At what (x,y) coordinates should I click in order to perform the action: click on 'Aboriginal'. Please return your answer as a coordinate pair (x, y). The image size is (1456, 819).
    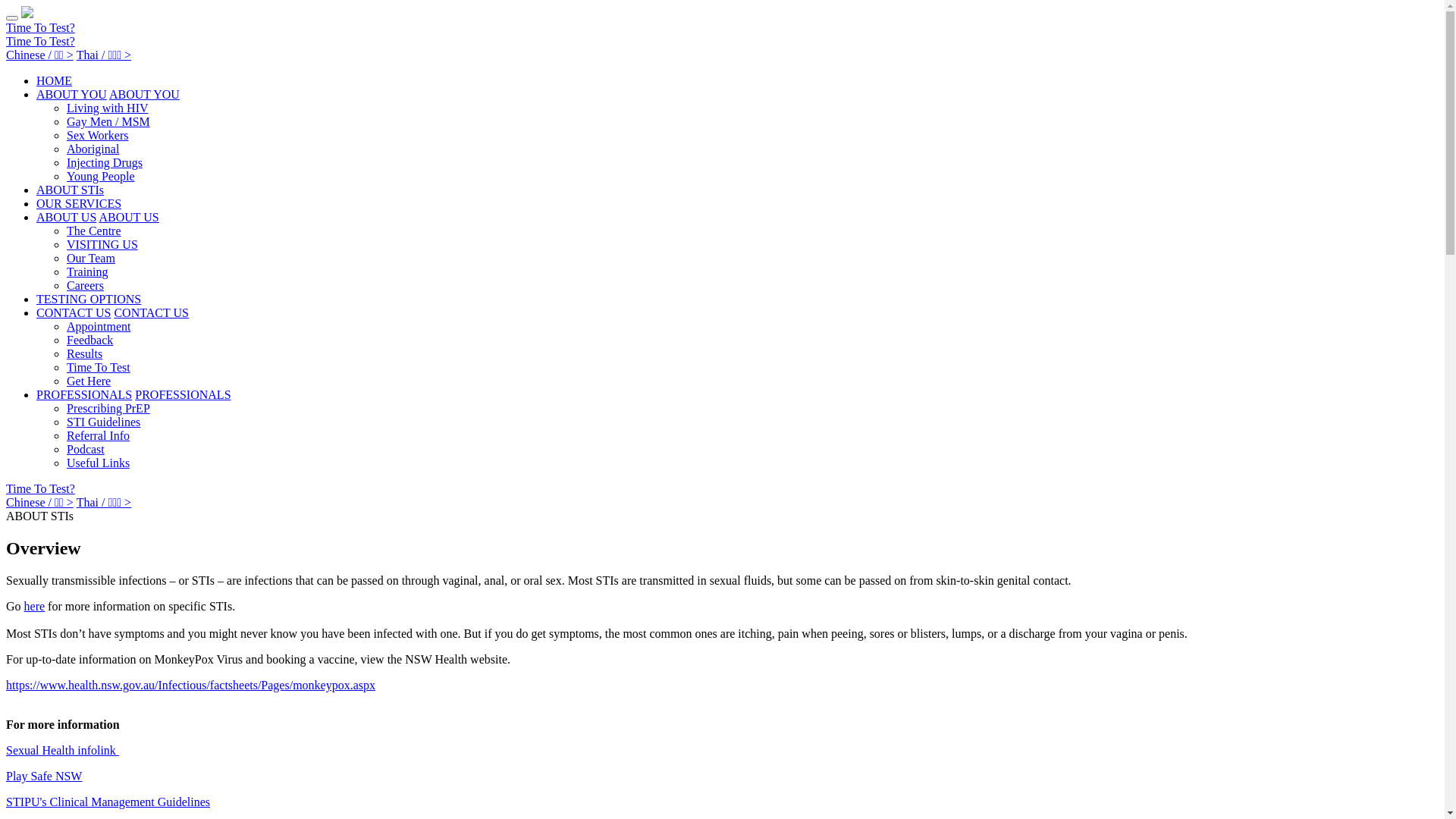
    Looking at the image, I should click on (92, 149).